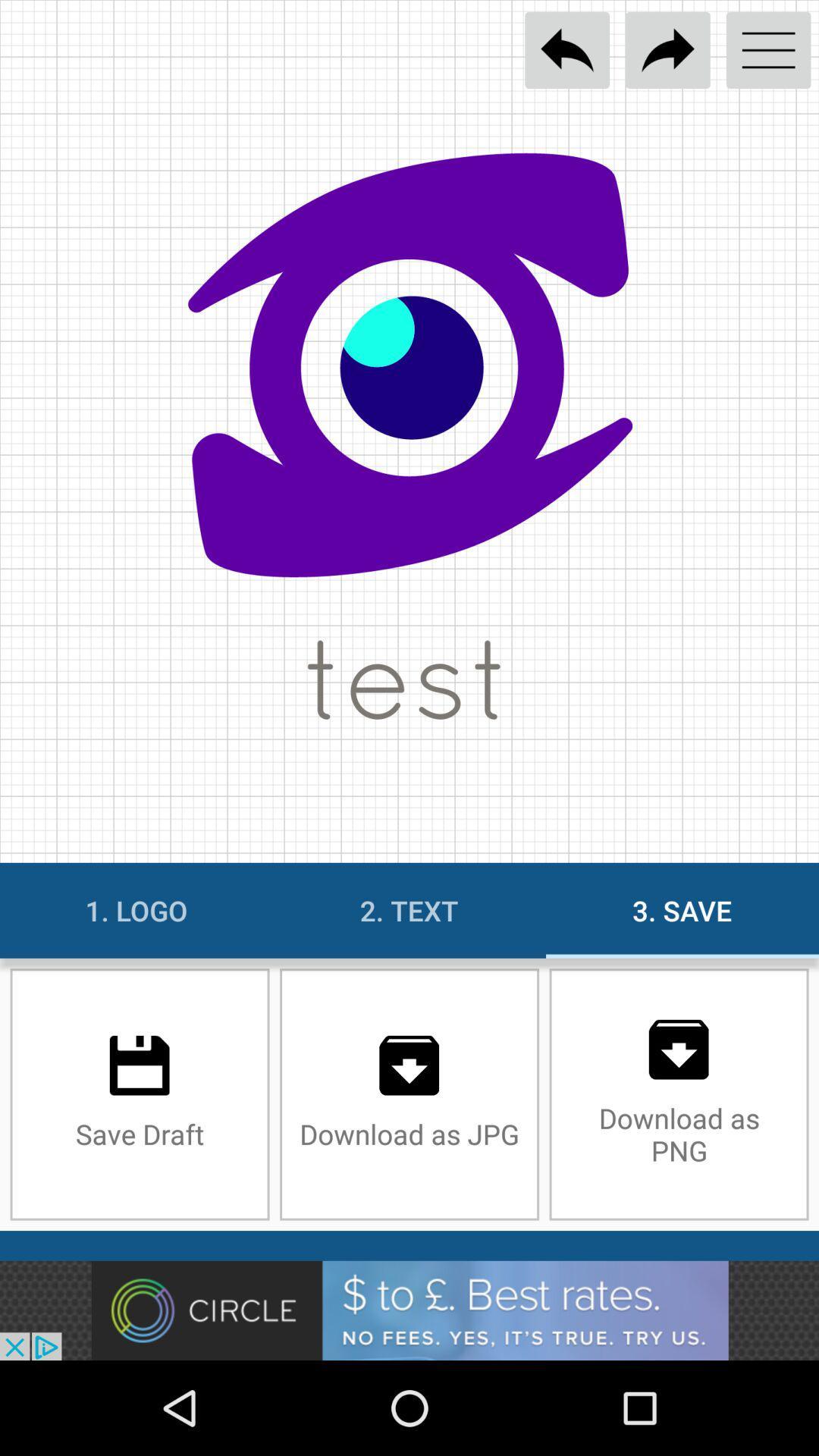  Describe the element at coordinates (409, 1310) in the screenshot. I see `the advertisement` at that location.